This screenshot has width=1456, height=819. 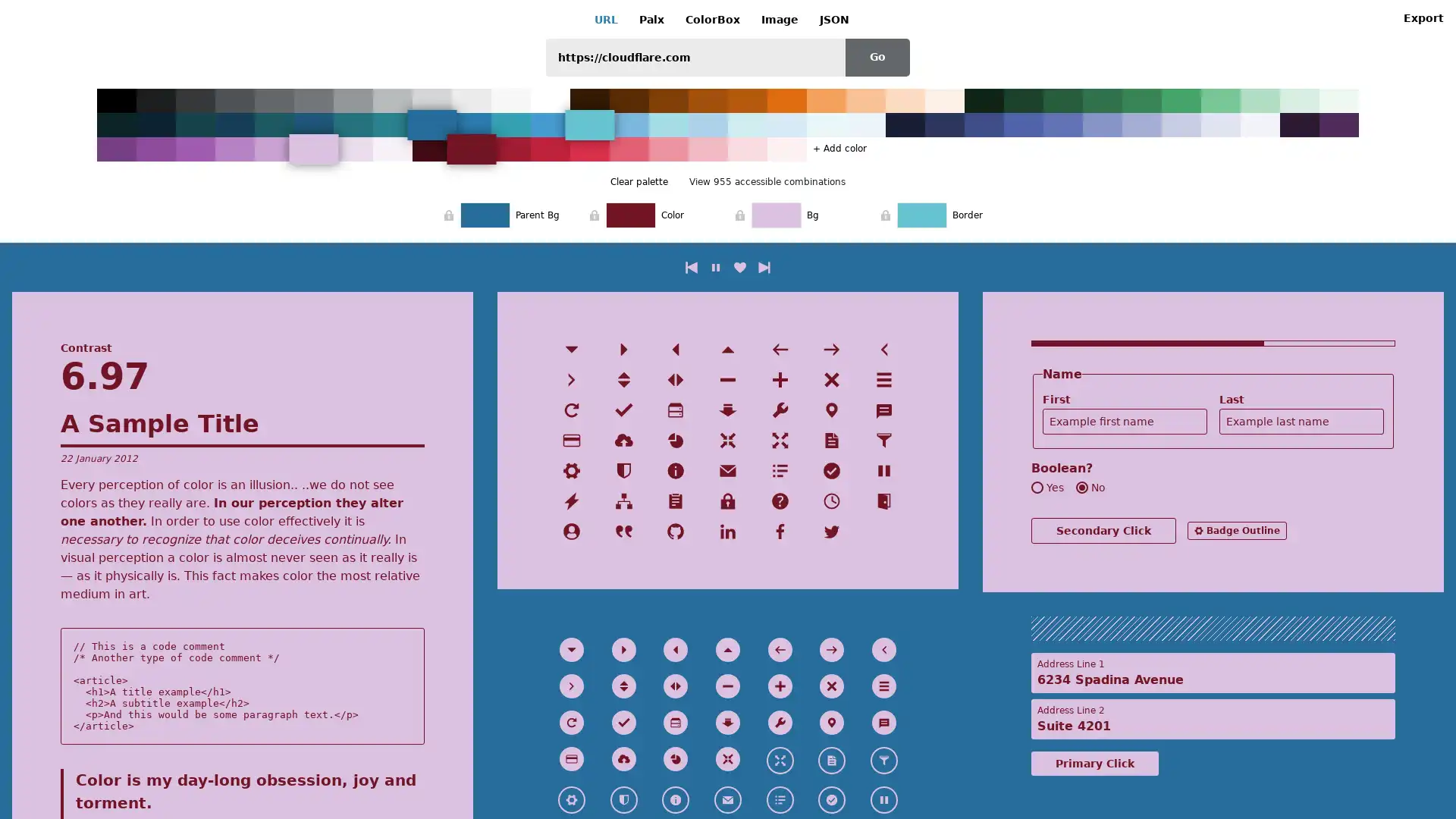 What do you see at coordinates (651, 20) in the screenshot?
I see `Palx` at bounding box center [651, 20].